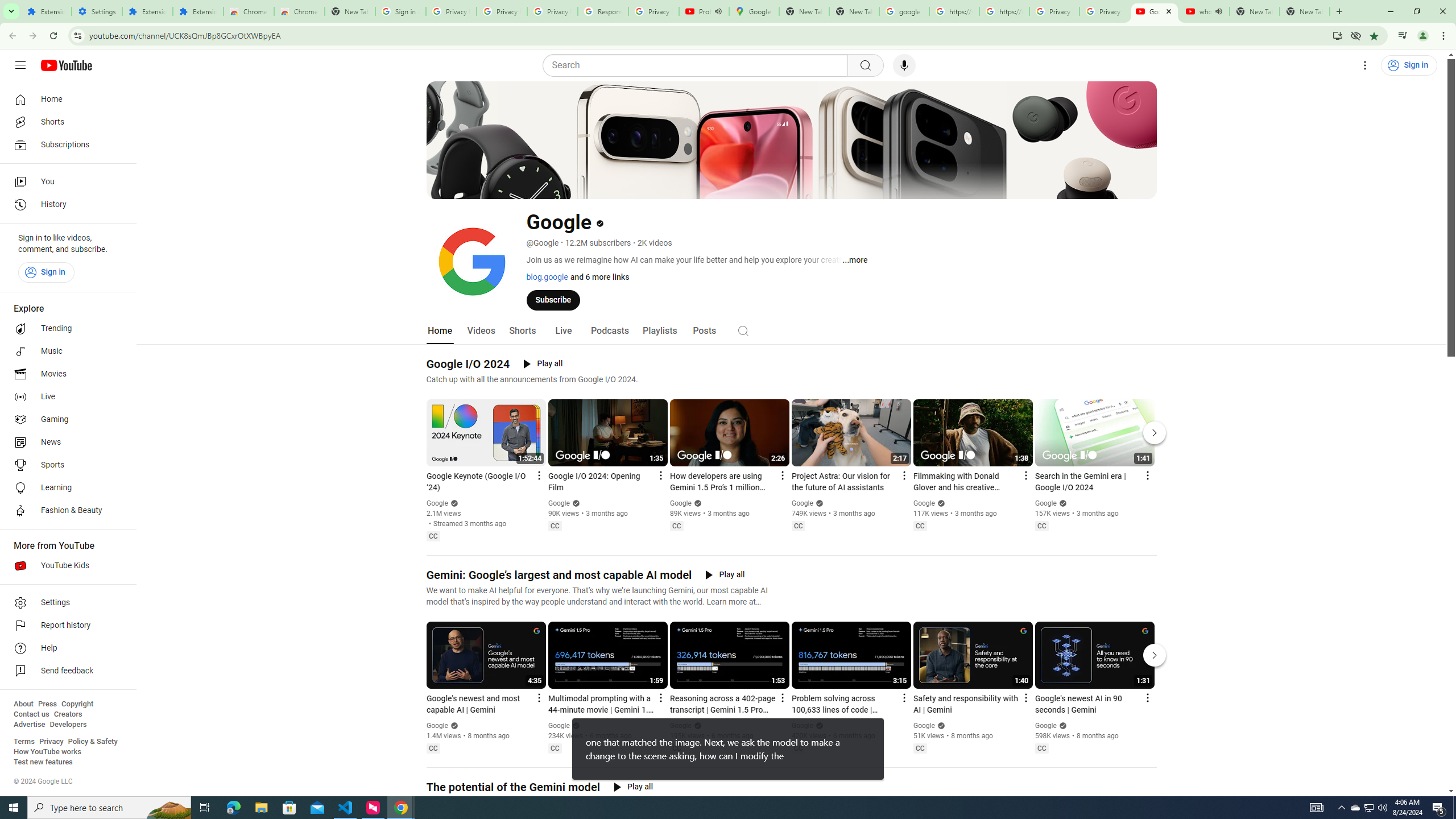  Describe the element at coordinates (53, 35) in the screenshot. I see `'Reload'` at that location.